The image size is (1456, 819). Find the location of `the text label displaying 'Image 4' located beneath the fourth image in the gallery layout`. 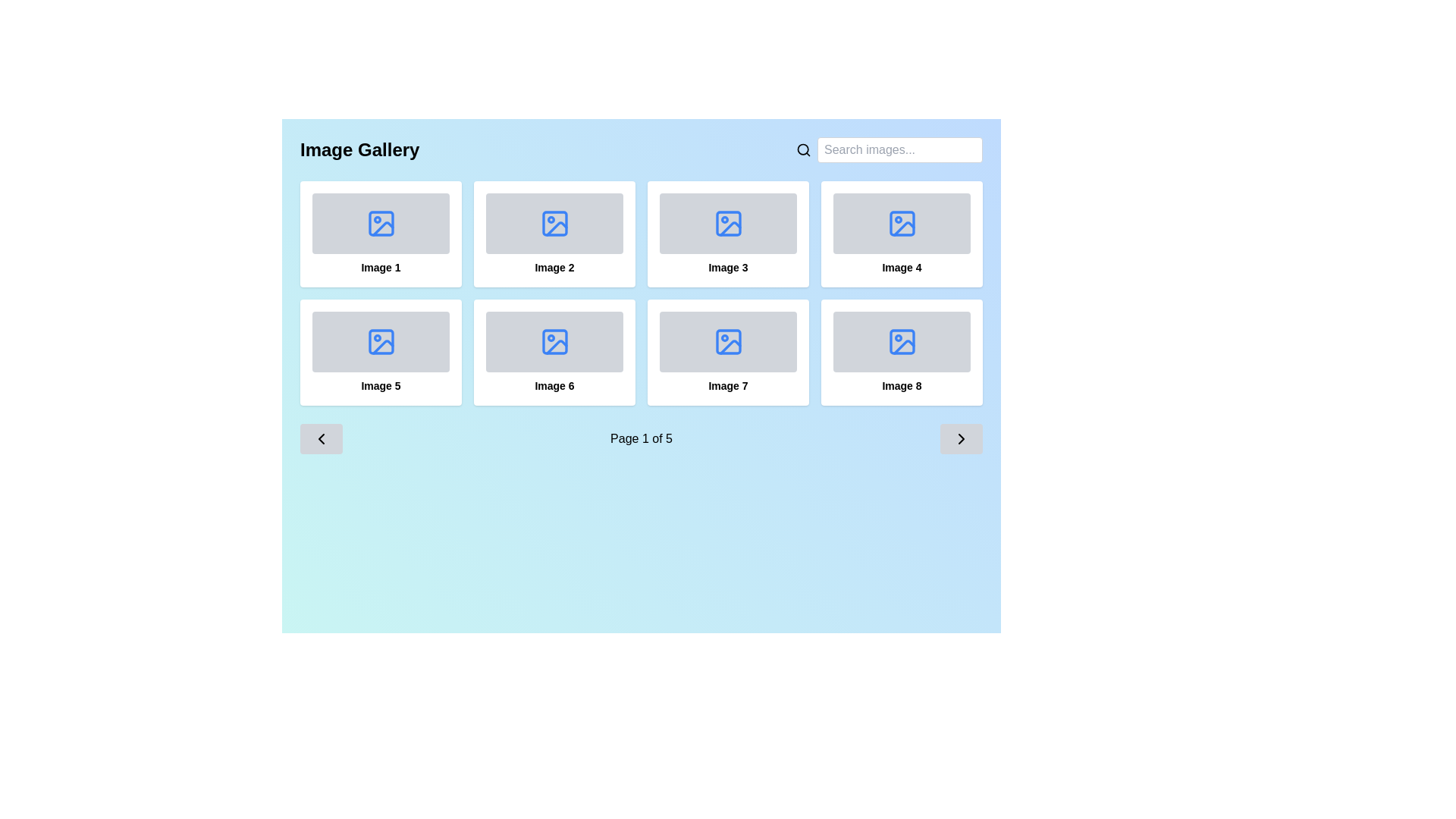

the text label displaying 'Image 4' located beneath the fourth image in the gallery layout is located at coordinates (902, 267).